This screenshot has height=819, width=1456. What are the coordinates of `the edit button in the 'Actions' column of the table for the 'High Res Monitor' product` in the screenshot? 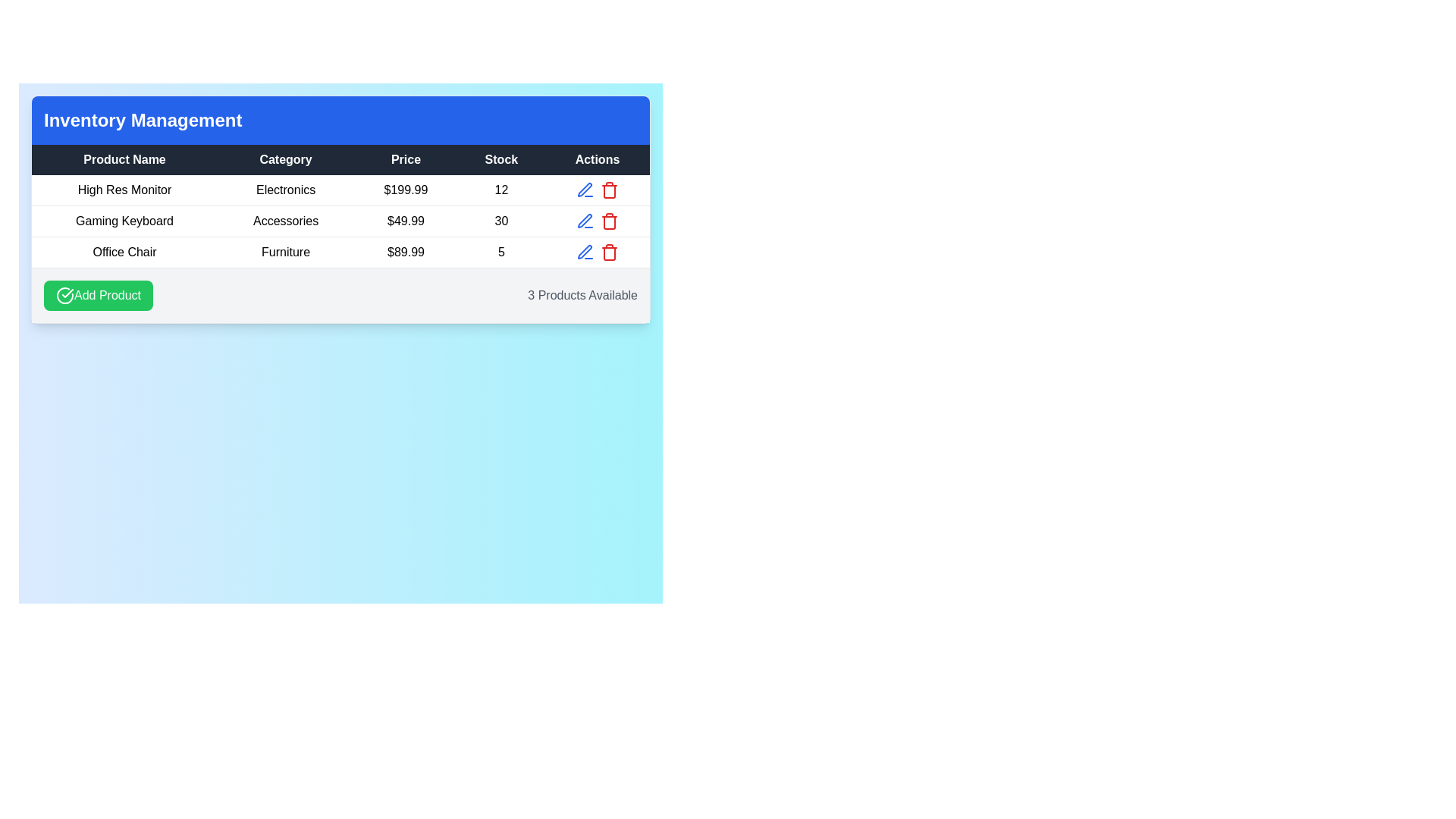 It's located at (585, 189).